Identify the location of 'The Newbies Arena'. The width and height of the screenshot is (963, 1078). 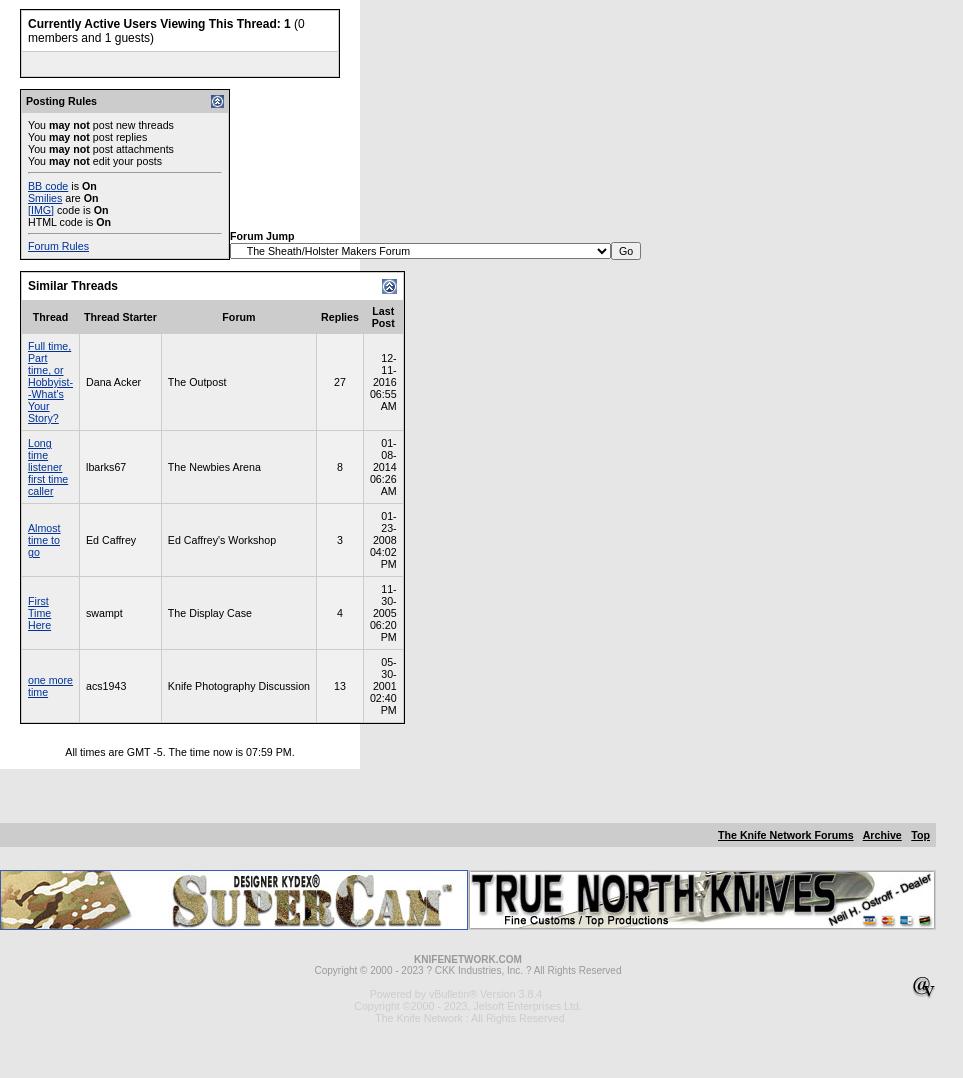
(212, 465).